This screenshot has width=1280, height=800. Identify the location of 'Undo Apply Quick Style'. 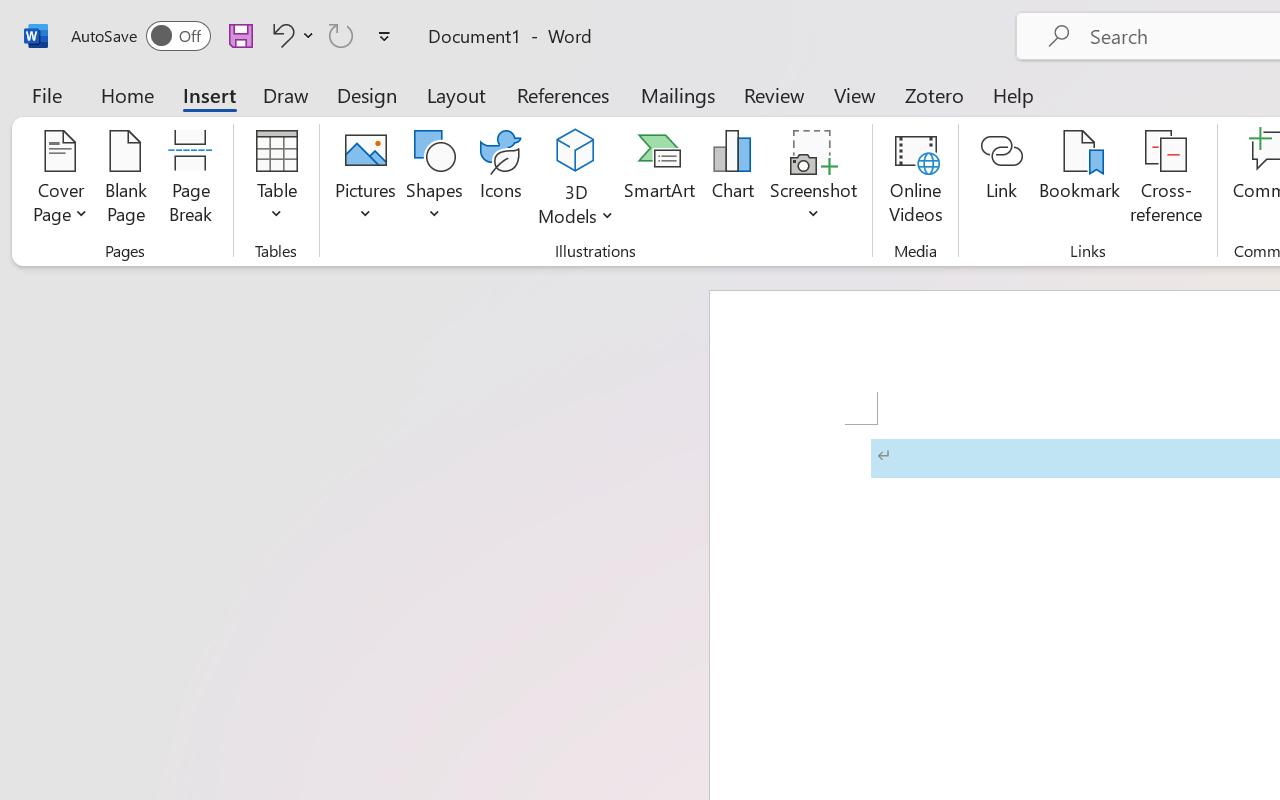
(279, 34).